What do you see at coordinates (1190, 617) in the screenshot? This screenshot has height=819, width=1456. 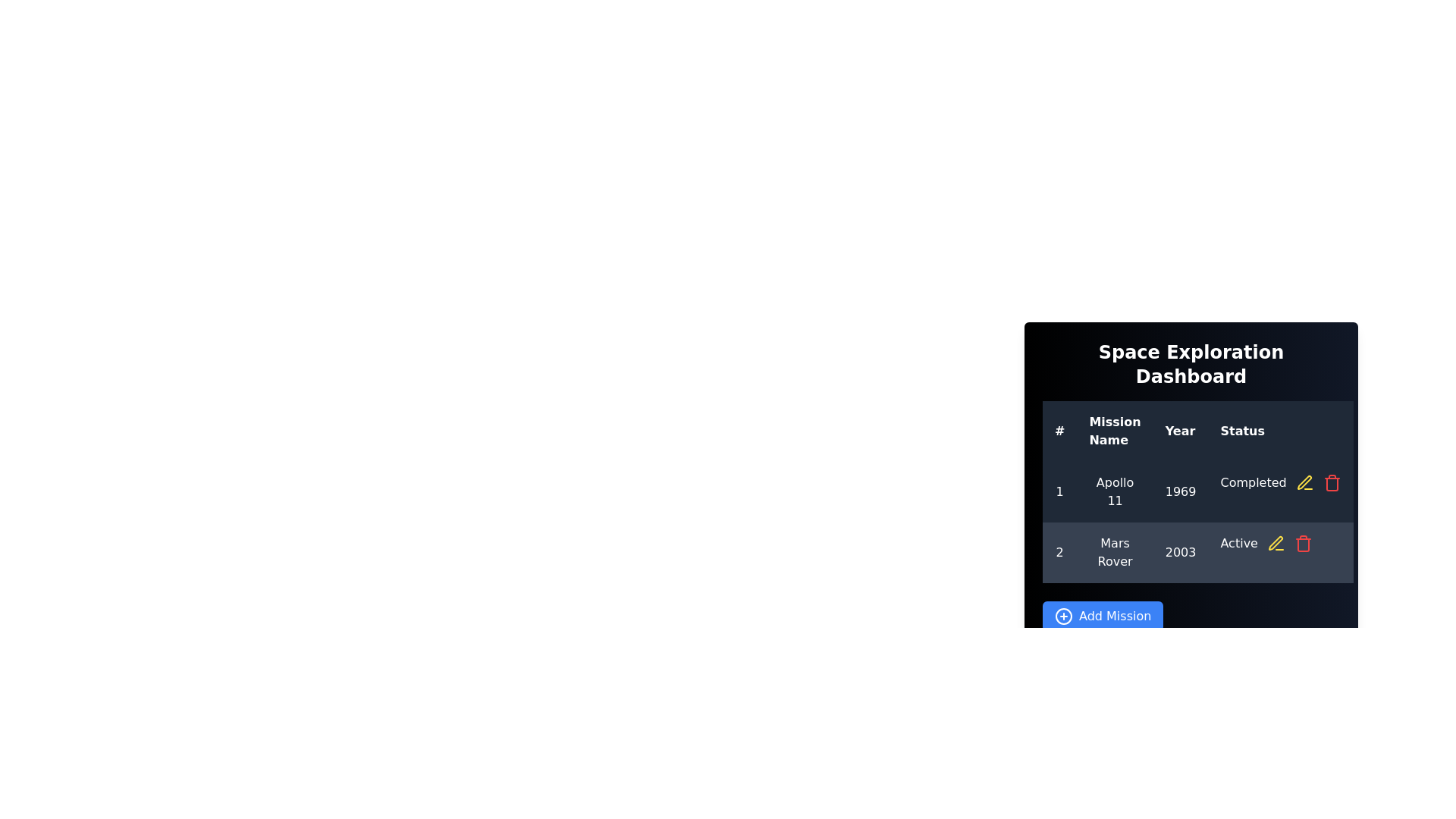 I see `the button located at the bottom of the 'Space Exploration Dashboard' section` at bounding box center [1190, 617].